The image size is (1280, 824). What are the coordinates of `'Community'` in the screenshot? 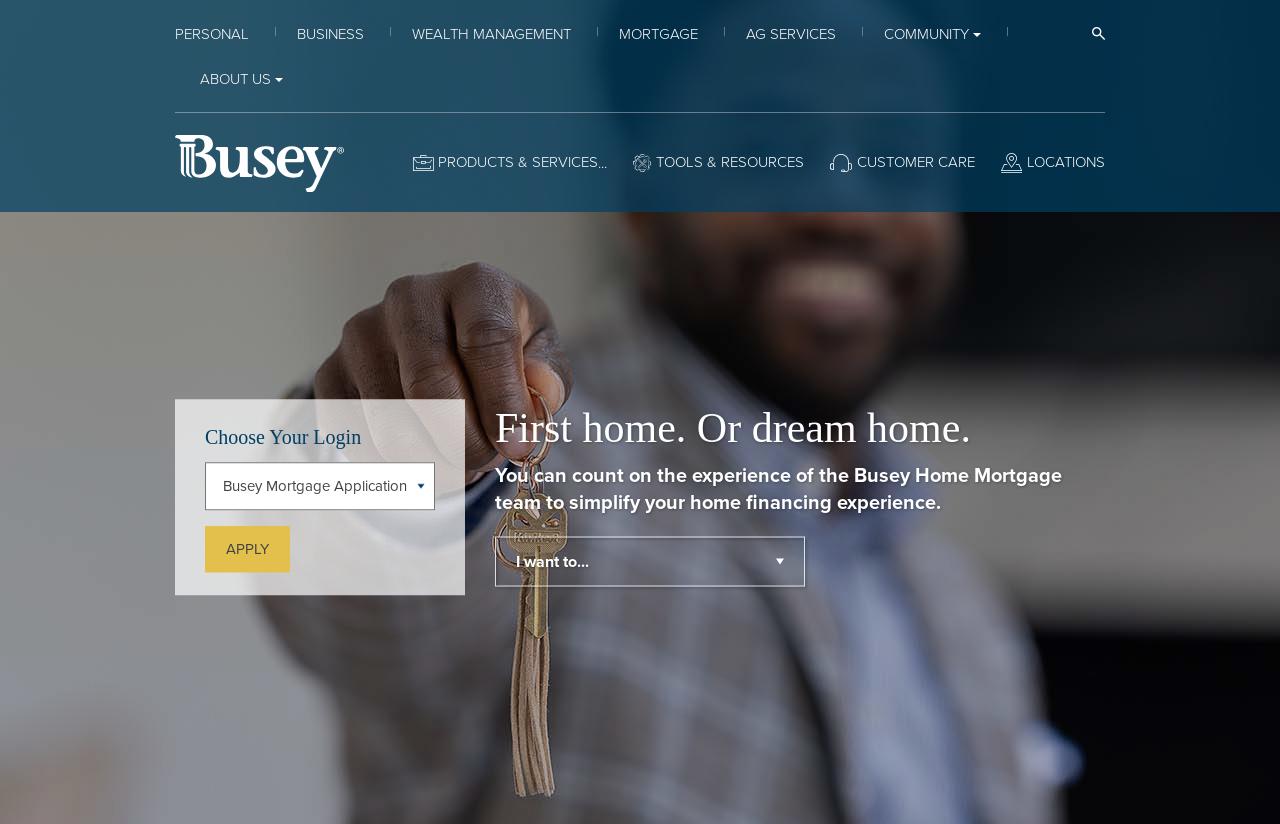 It's located at (925, 33).